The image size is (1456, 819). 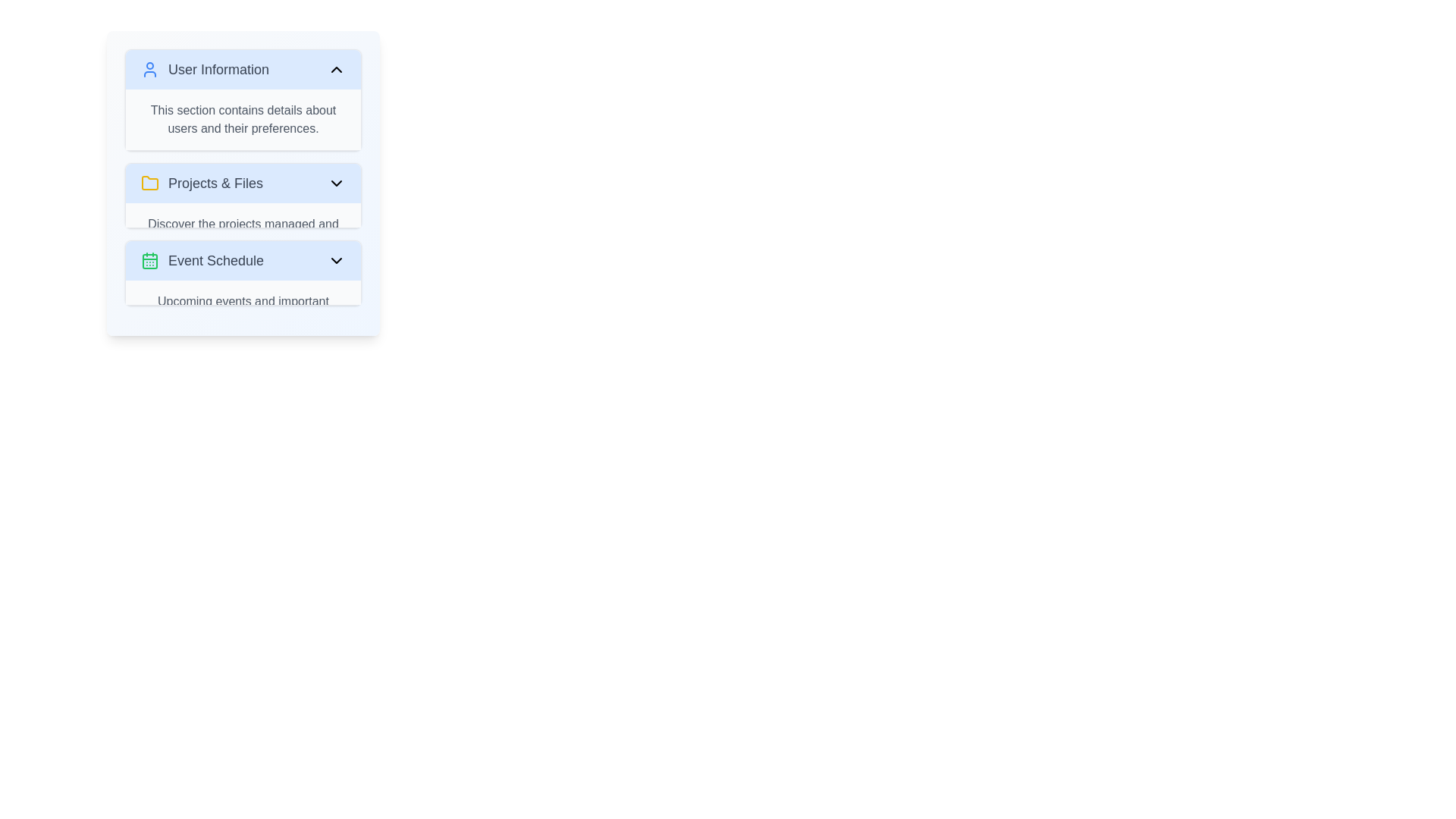 I want to click on the chevron icon for the 'User Information' section, so click(x=336, y=70).